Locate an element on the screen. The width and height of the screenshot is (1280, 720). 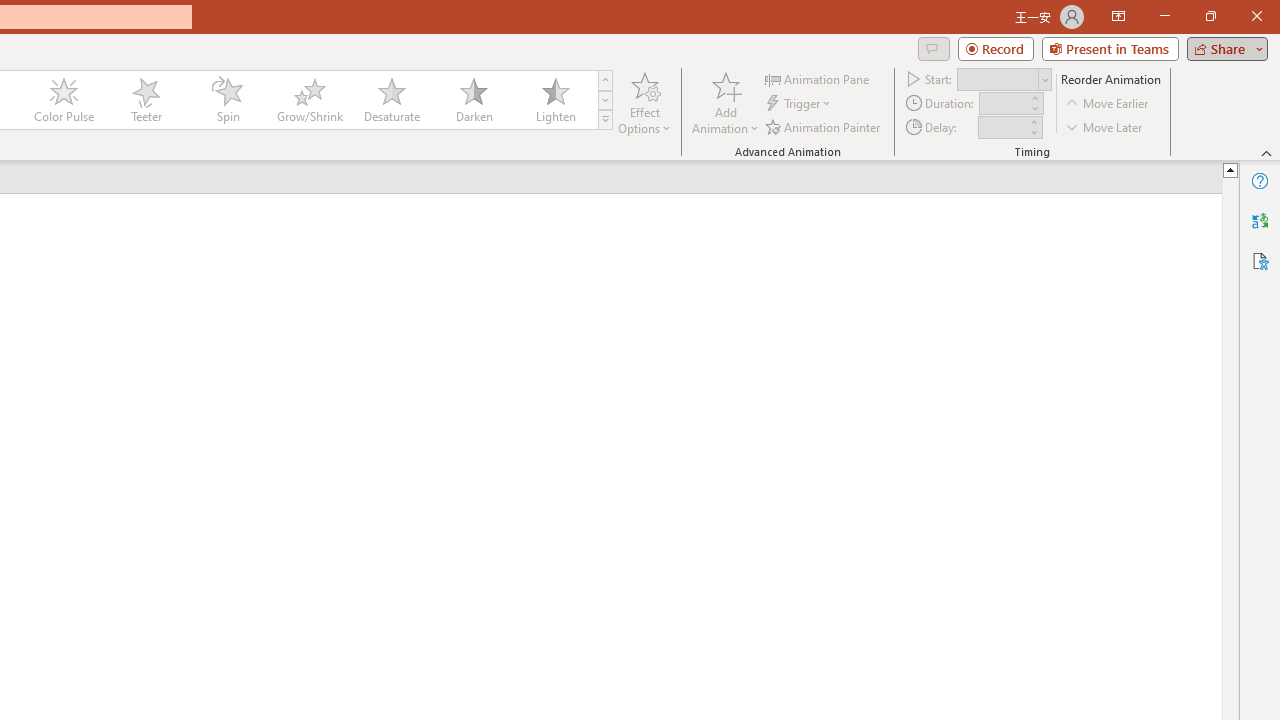
'Animation Painter' is located at coordinates (824, 127).